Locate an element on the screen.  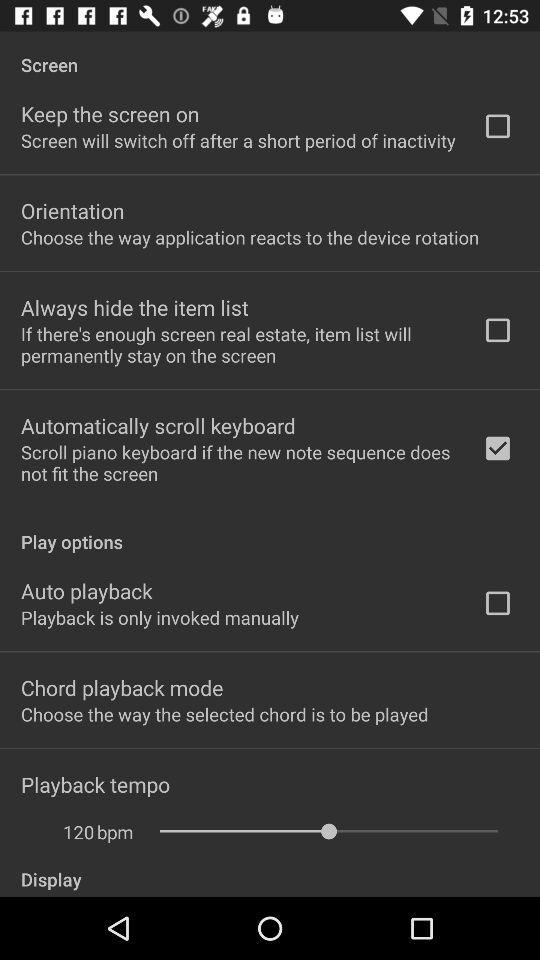
the 120 is located at coordinates (67, 832).